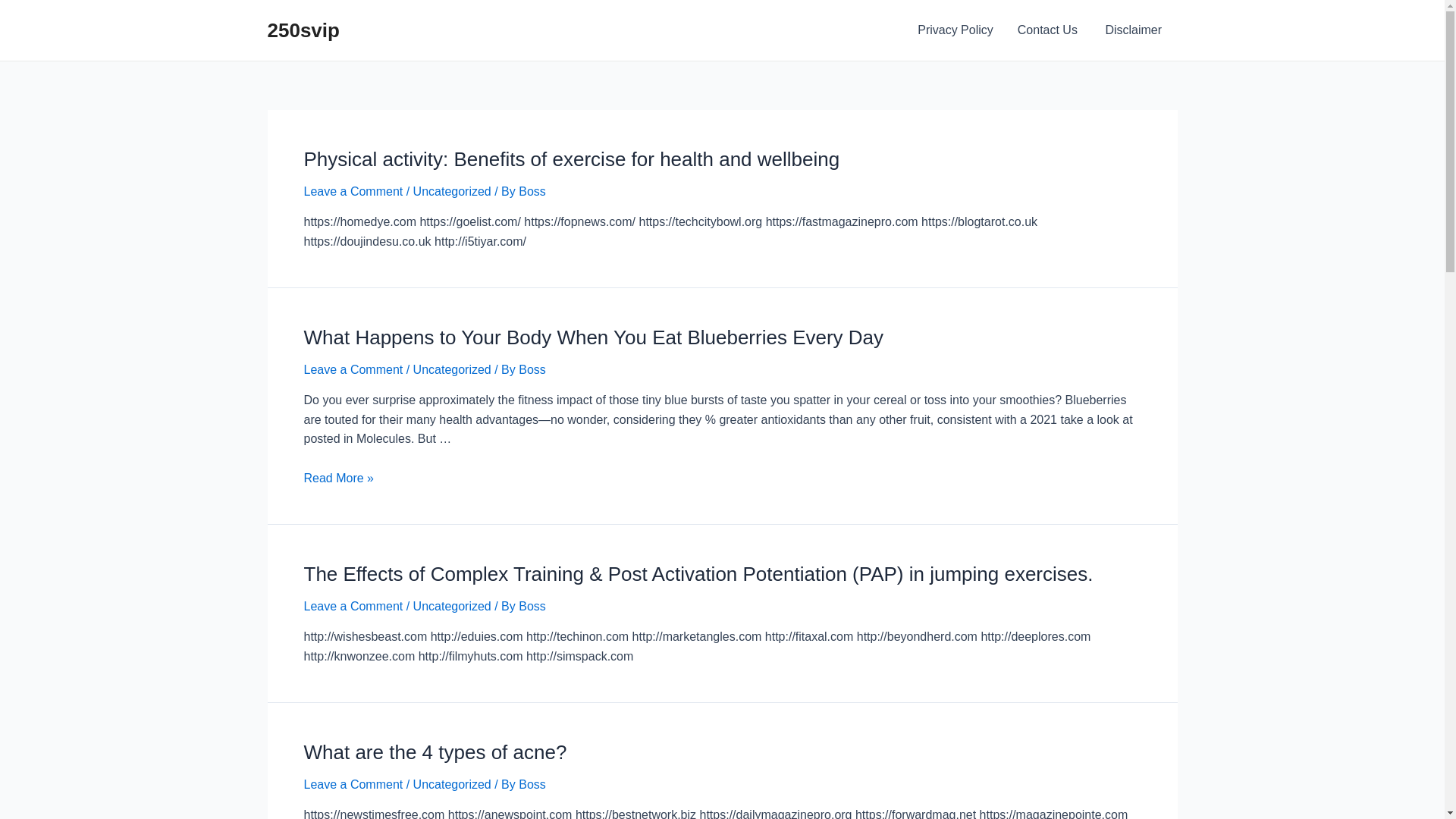 This screenshot has width=1456, height=819. I want to click on 'Contact Us ', so click(1048, 30).